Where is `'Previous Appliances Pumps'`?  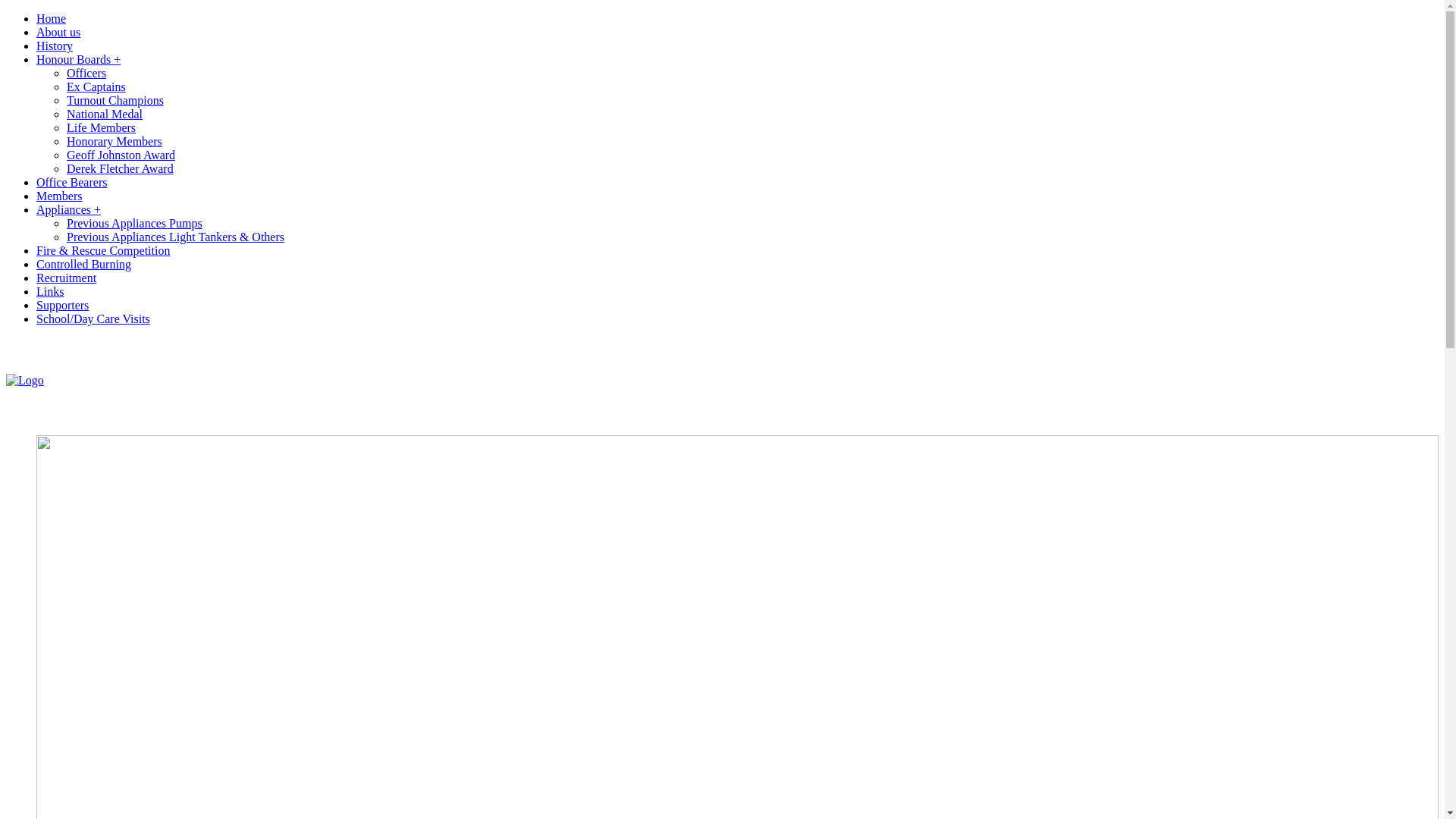
'Previous Appliances Pumps' is located at coordinates (134, 223).